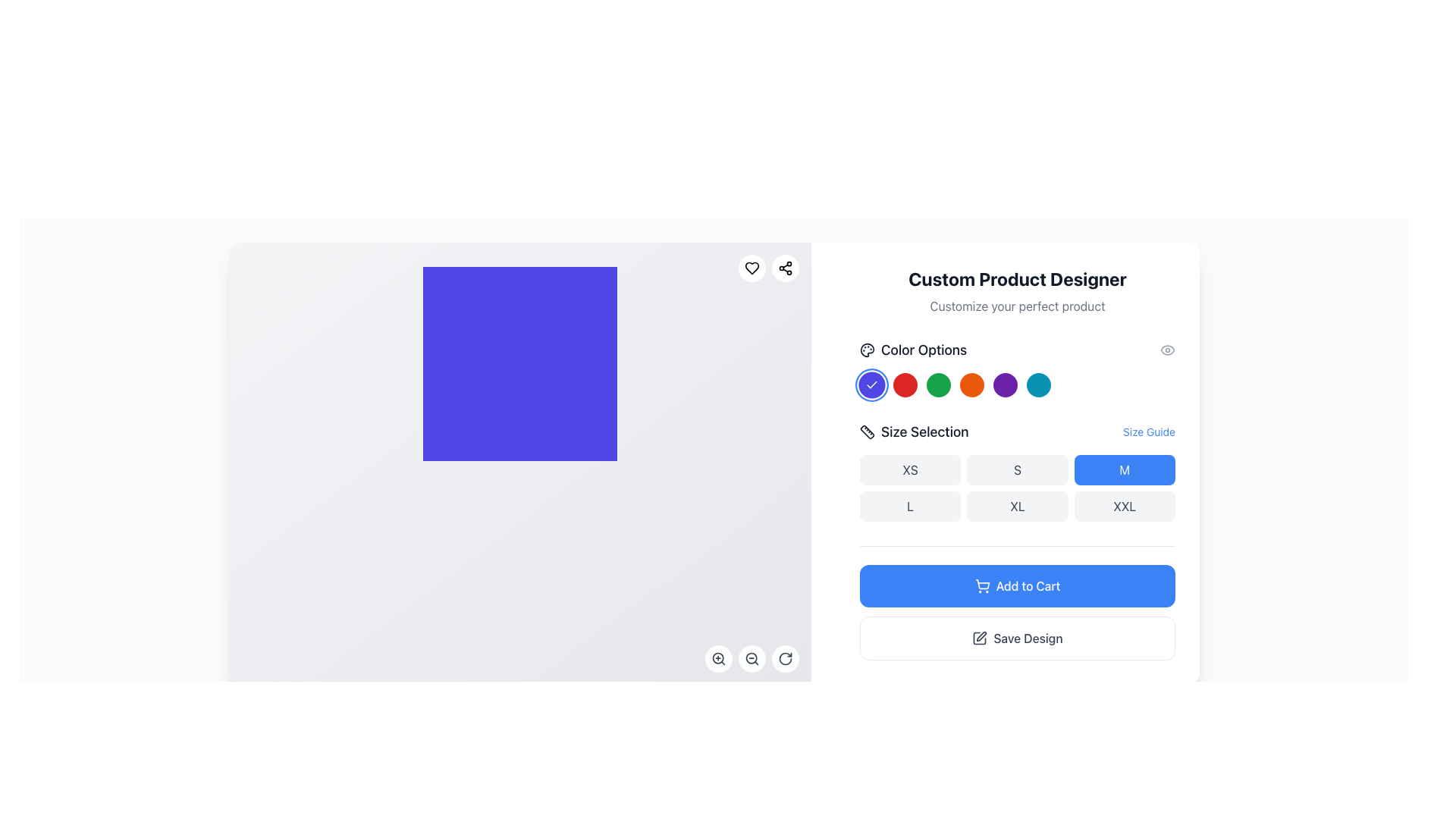  What do you see at coordinates (752, 657) in the screenshot?
I see `the zoom-out button located at the bottom right of the layout, situated between the zoom-in icon on the left and the reset icon on the right` at bounding box center [752, 657].